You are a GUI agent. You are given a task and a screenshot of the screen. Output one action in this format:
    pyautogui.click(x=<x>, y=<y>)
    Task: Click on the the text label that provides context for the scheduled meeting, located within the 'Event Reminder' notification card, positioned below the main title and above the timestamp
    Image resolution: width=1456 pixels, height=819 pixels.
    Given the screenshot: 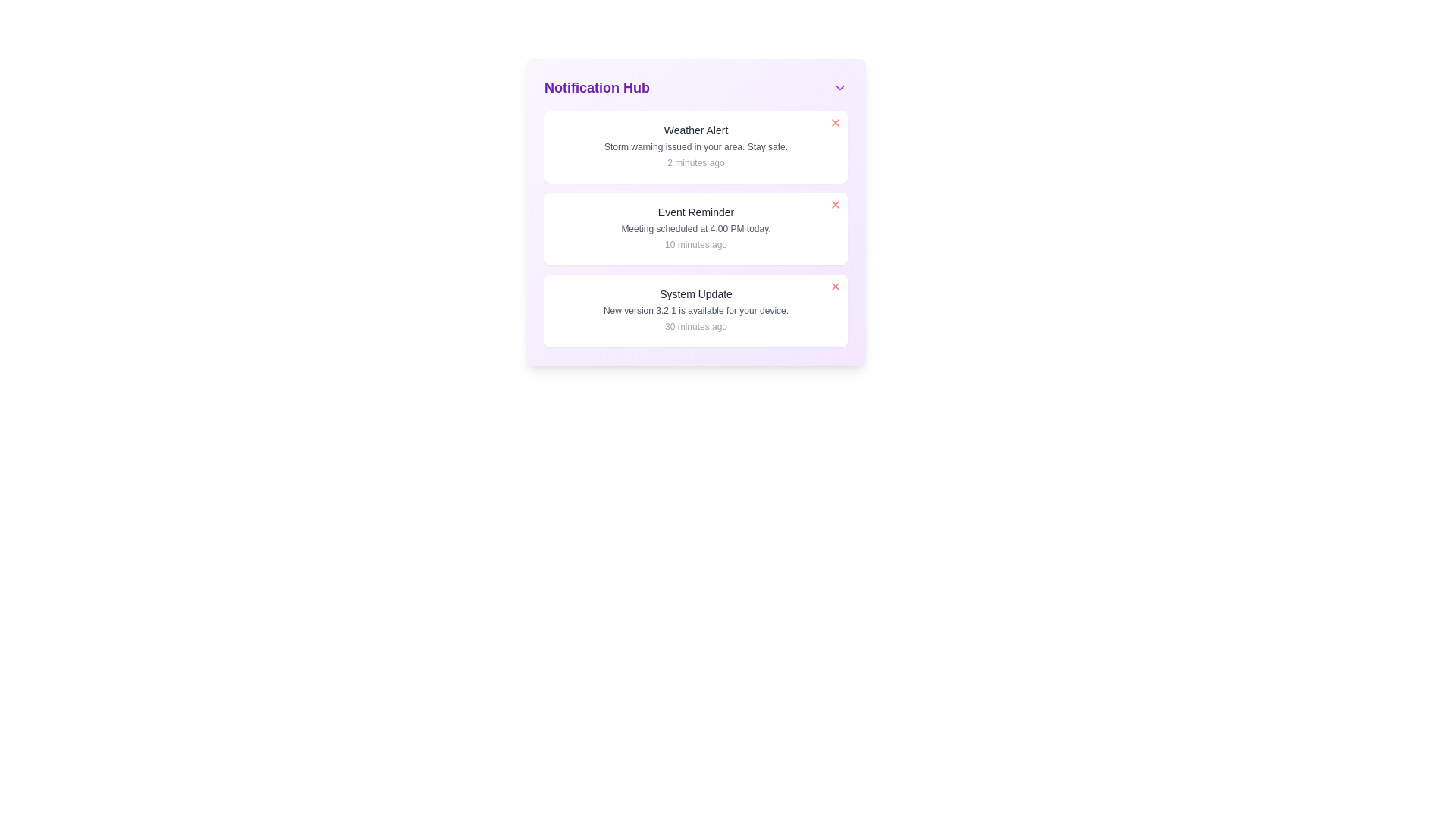 What is the action you would take?
    pyautogui.click(x=695, y=228)
    